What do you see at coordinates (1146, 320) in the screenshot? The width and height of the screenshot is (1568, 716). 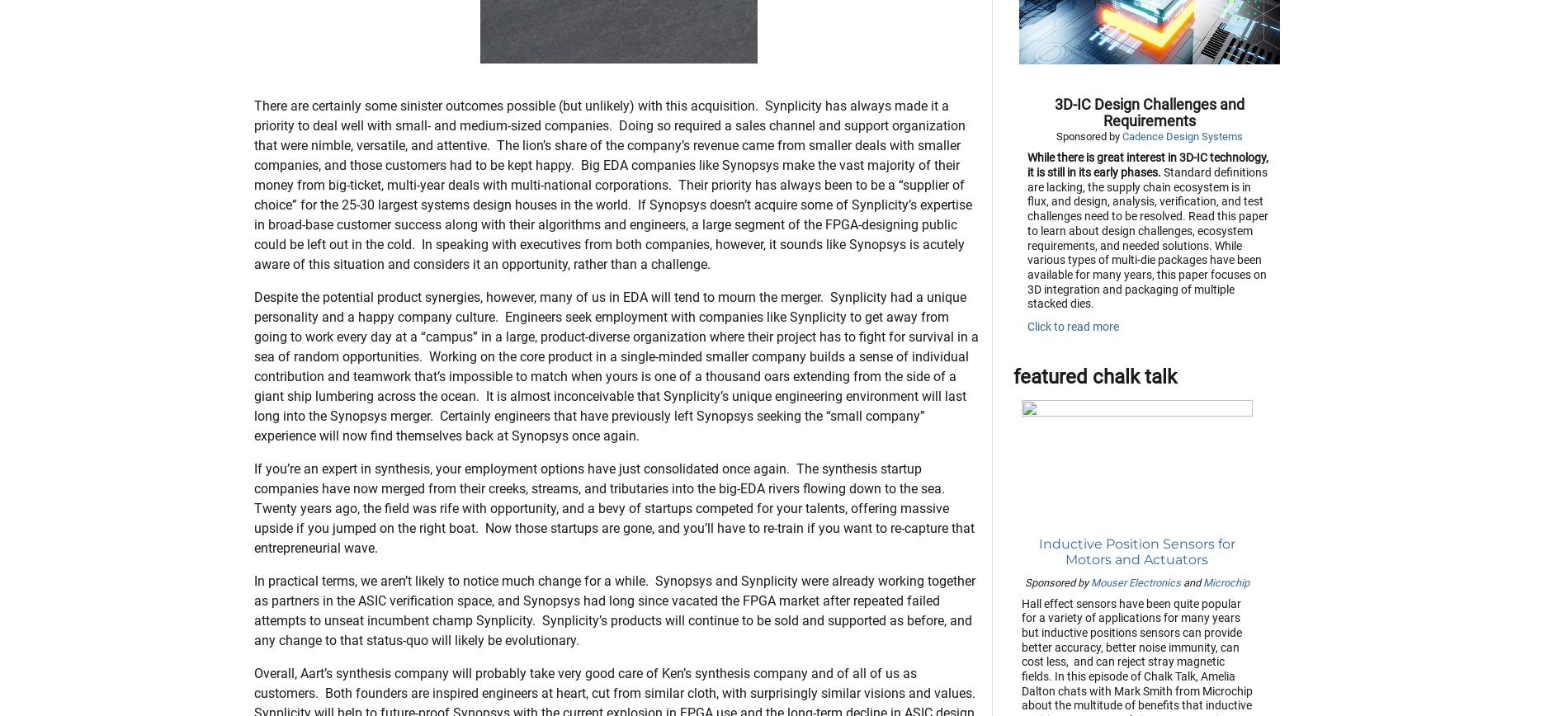 I see `'Standard definitions are lacking, the supply chain ecosystem is in flux, and design, analysis, verification, and test challenges need to be resolved. Read this paper to learn about design challenges, ecosystem requirements, and needed solutions. While various types of multi-die packages have been available for many years, this paper focuses on 3D integration and packaging of multiple stacked dies.'` at bounding box center [1146, 320].